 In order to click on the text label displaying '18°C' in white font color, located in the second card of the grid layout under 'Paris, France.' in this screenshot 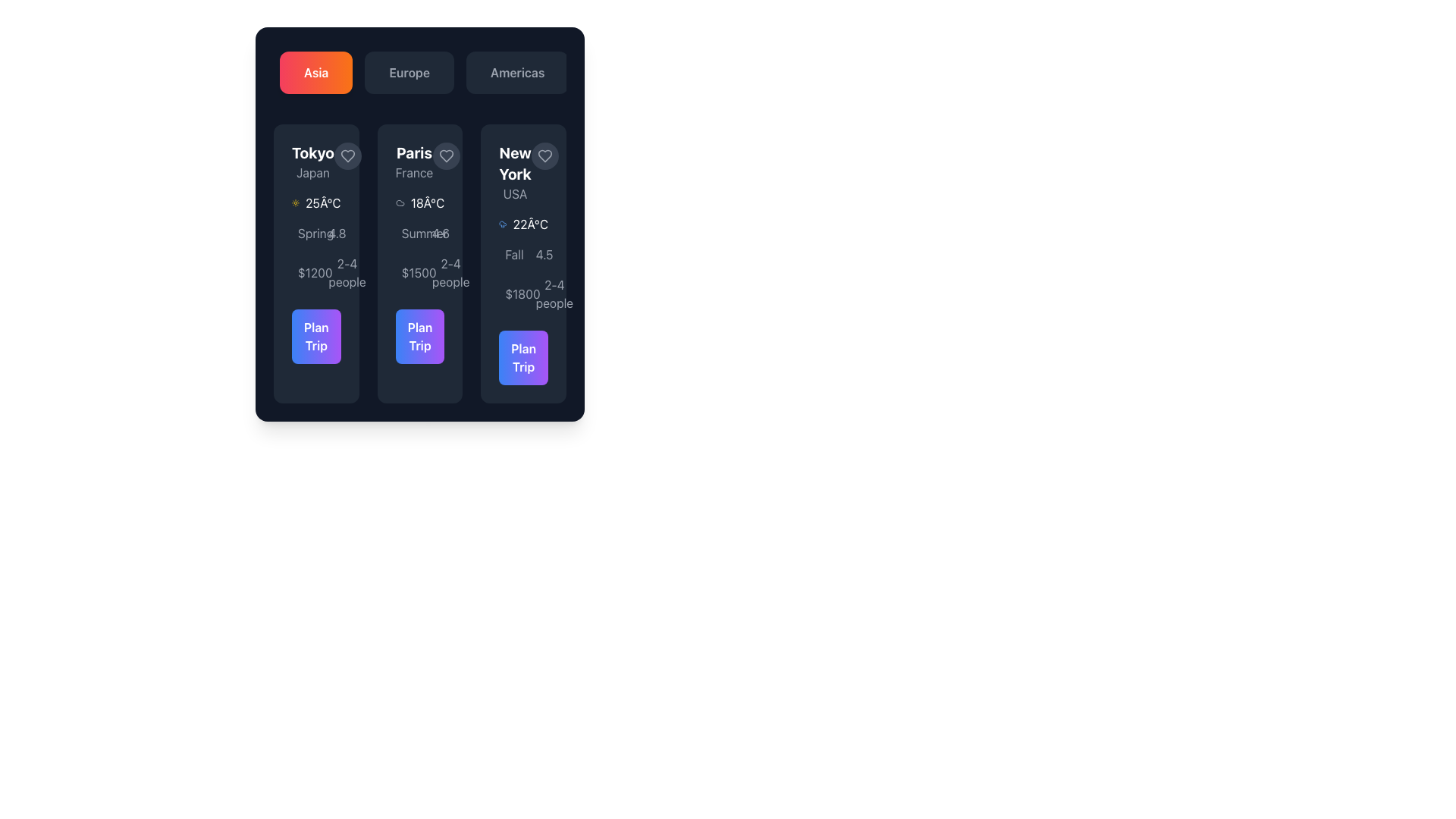, I will do `click(427, 202)`.